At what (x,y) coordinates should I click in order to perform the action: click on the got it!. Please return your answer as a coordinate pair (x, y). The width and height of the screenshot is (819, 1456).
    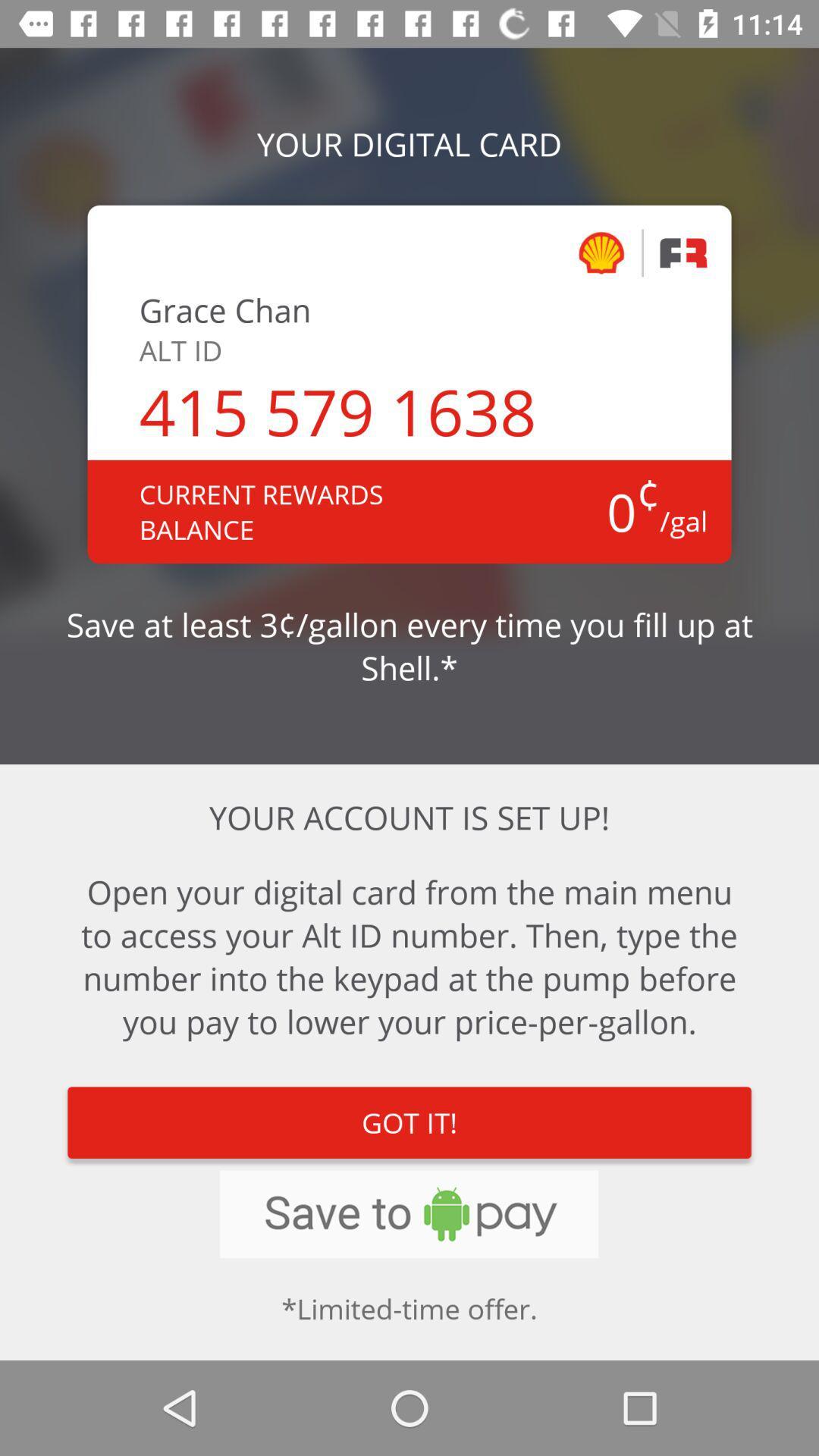
    Looking at the image, I should click on (409, 1122).